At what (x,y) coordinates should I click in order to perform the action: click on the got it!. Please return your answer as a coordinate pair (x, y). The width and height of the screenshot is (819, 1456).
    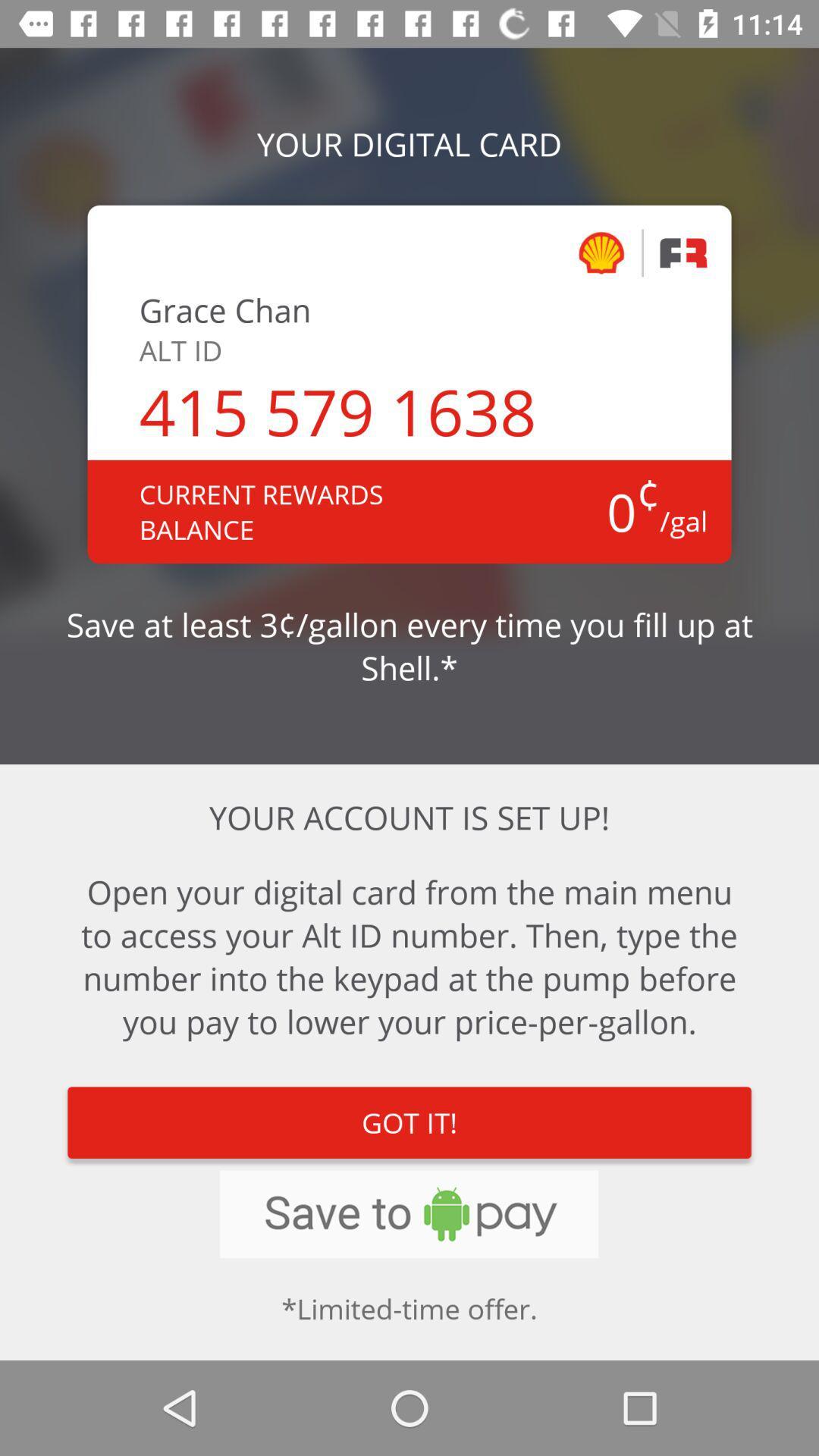
    Looking at the image, I should click on (409, 1122).